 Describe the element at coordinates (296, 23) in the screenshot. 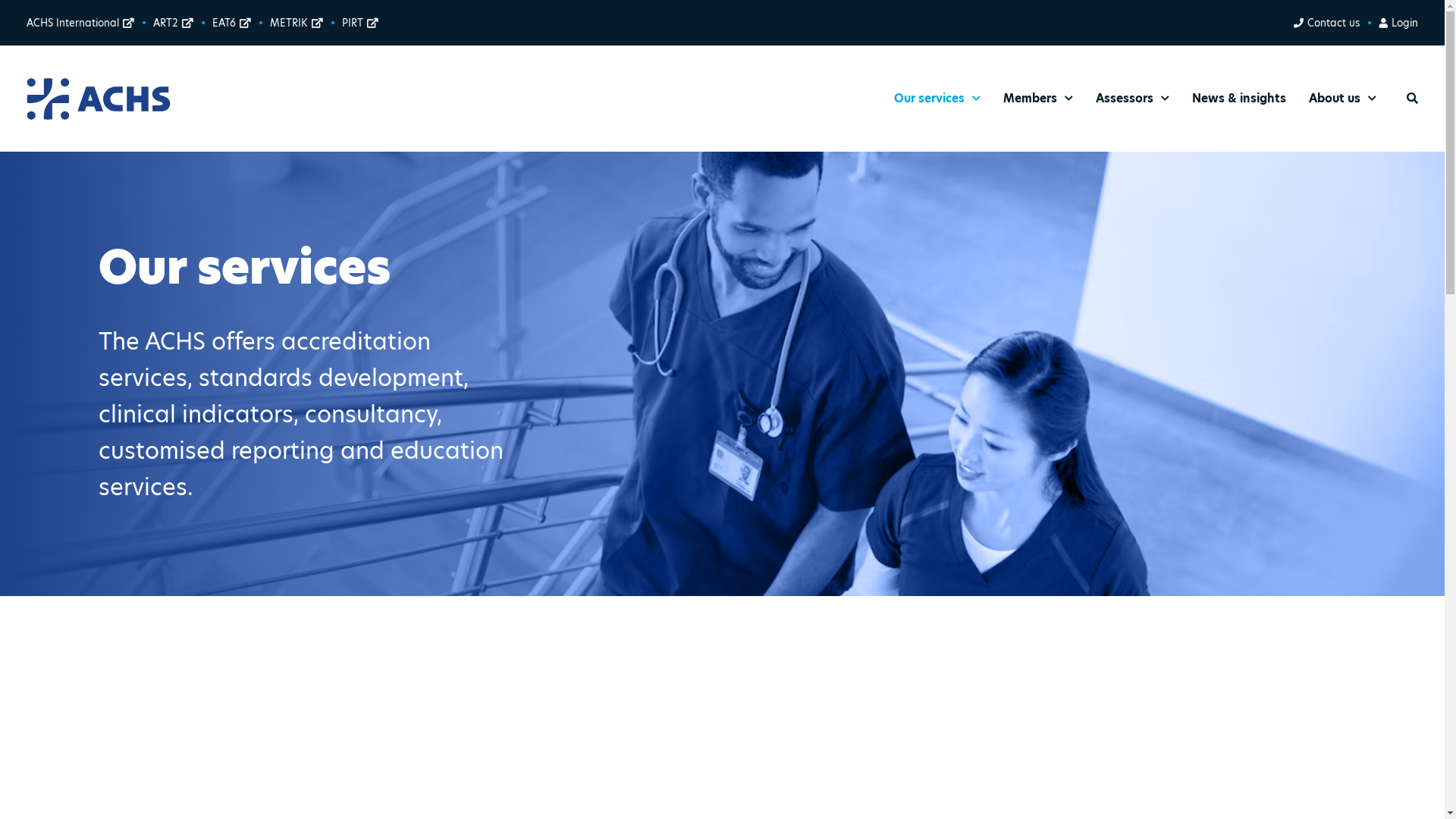

I see `'METRIK'` at that location.